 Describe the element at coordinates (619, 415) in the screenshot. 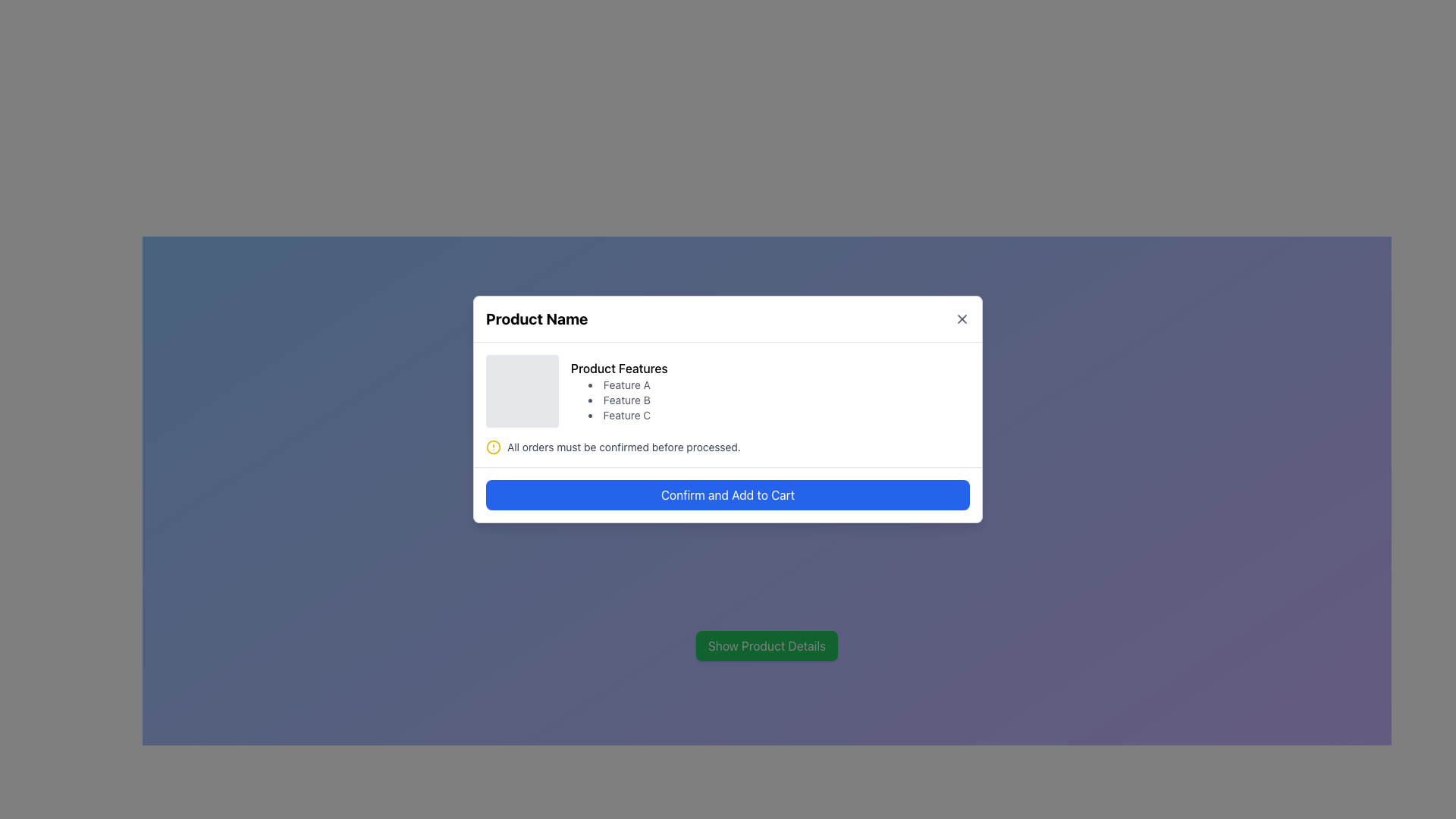

I see `the list item displaying 'Feature C' in a smaller, gray font, which is the third item in a bulleted list under the 'Product Features' header` at that location.